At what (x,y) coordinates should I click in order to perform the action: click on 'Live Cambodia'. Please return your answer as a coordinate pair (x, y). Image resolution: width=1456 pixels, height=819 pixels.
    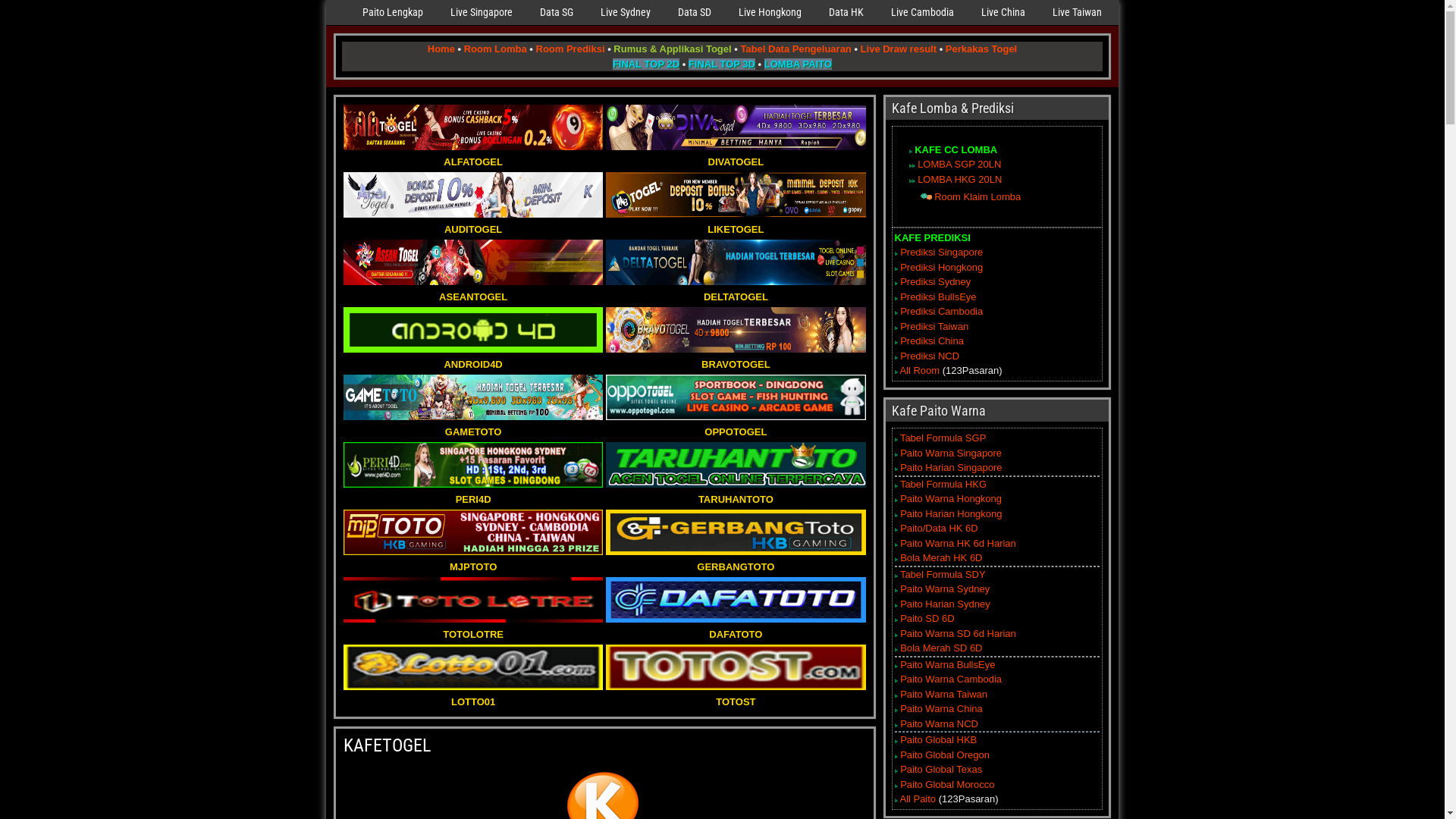
    Looking at the image, I should click on (877, 12).